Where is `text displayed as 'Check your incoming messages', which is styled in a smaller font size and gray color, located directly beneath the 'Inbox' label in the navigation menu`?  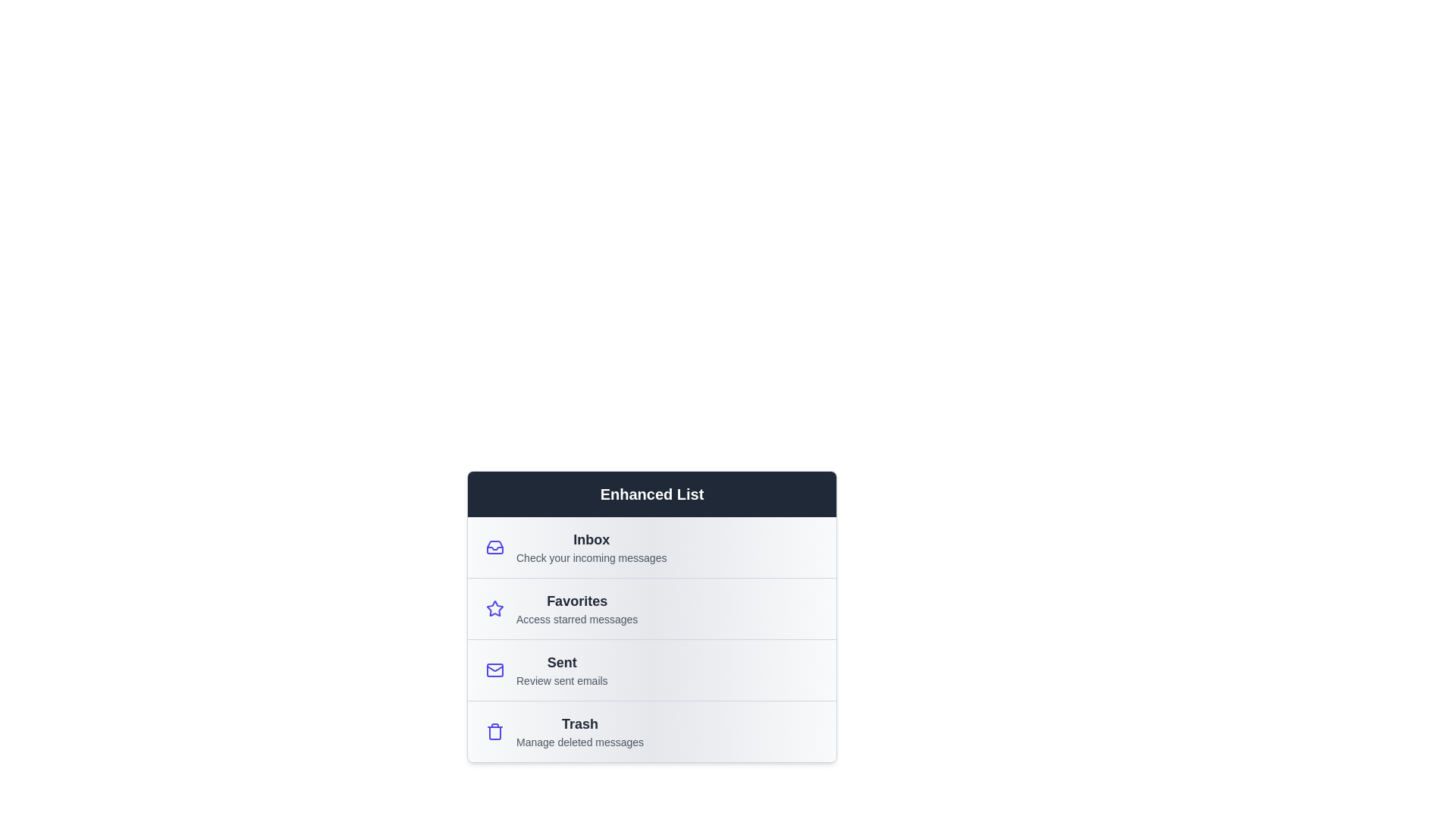 text displayed as 'Check your incoming messages', which is styled in a smaller font size and gray color, located directly beneath the 'Inbox' label in the navigation menu is located at coordinates (591, 558).